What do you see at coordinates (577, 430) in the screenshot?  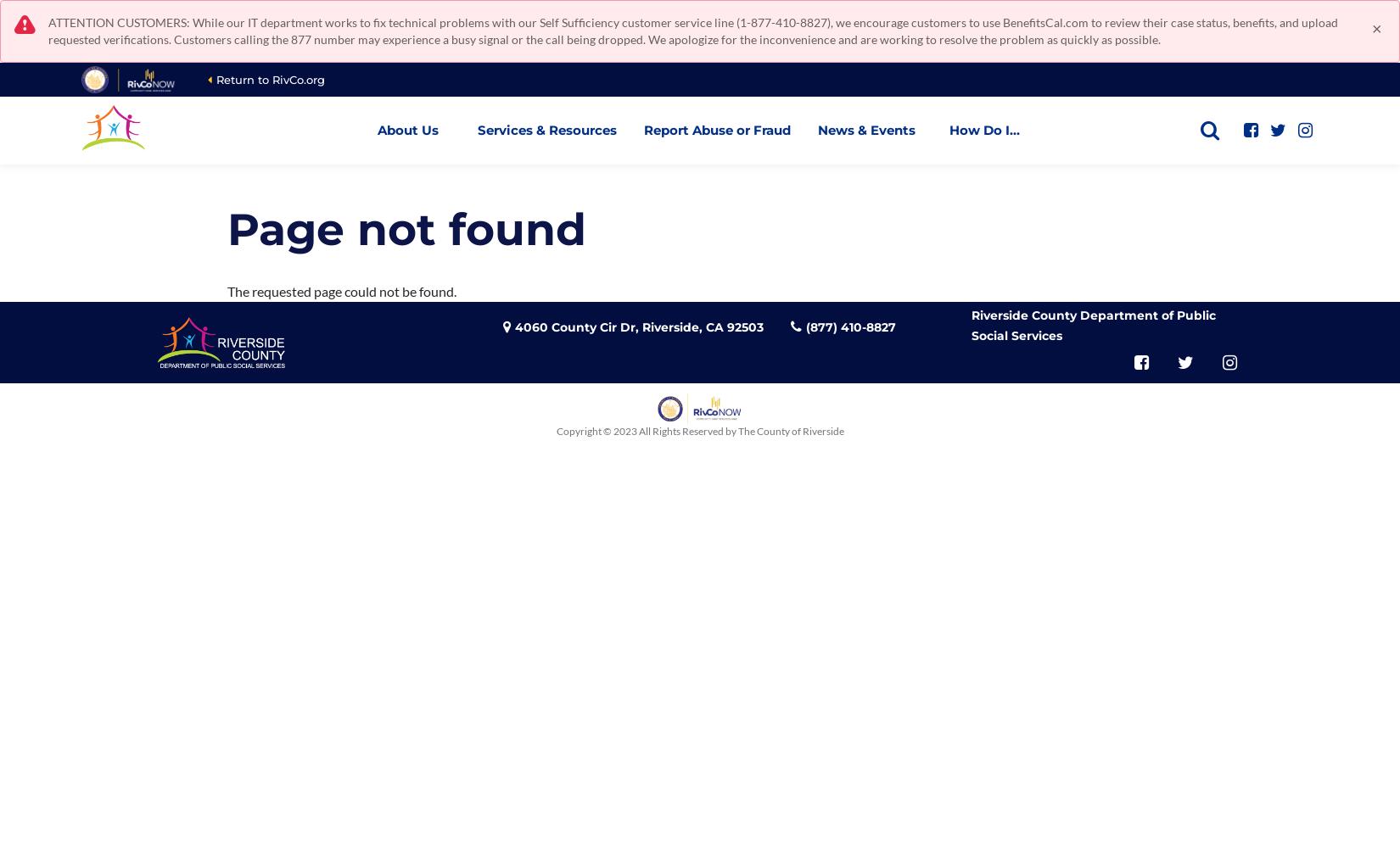 I see `'Copyright'` at bounding box center [577, 430].